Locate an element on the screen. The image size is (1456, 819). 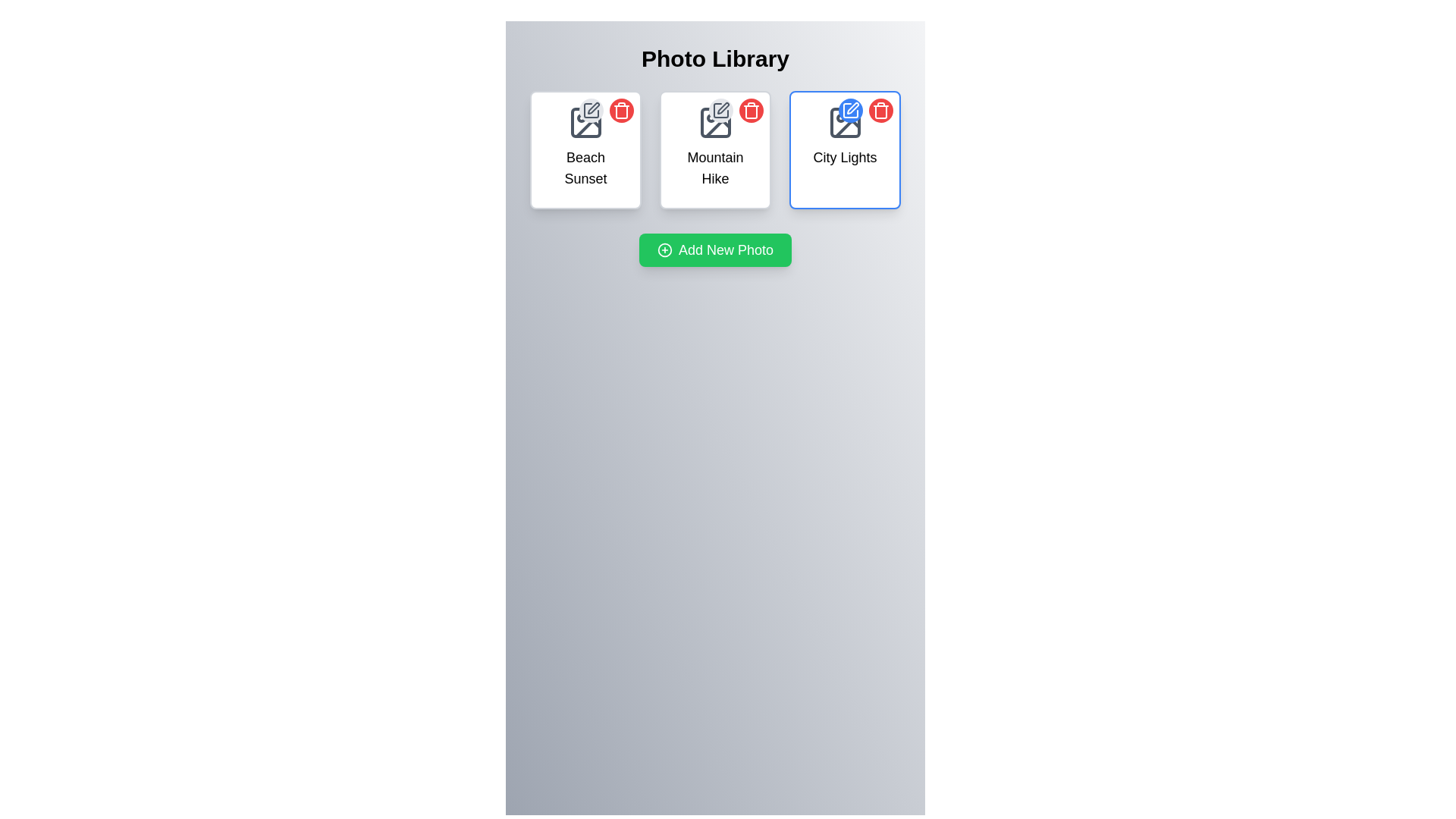
the edit icon button located in the top-left corner of the 'City Lights' card, which allows users to modify the associated photo is located at coordinates (852, 107).